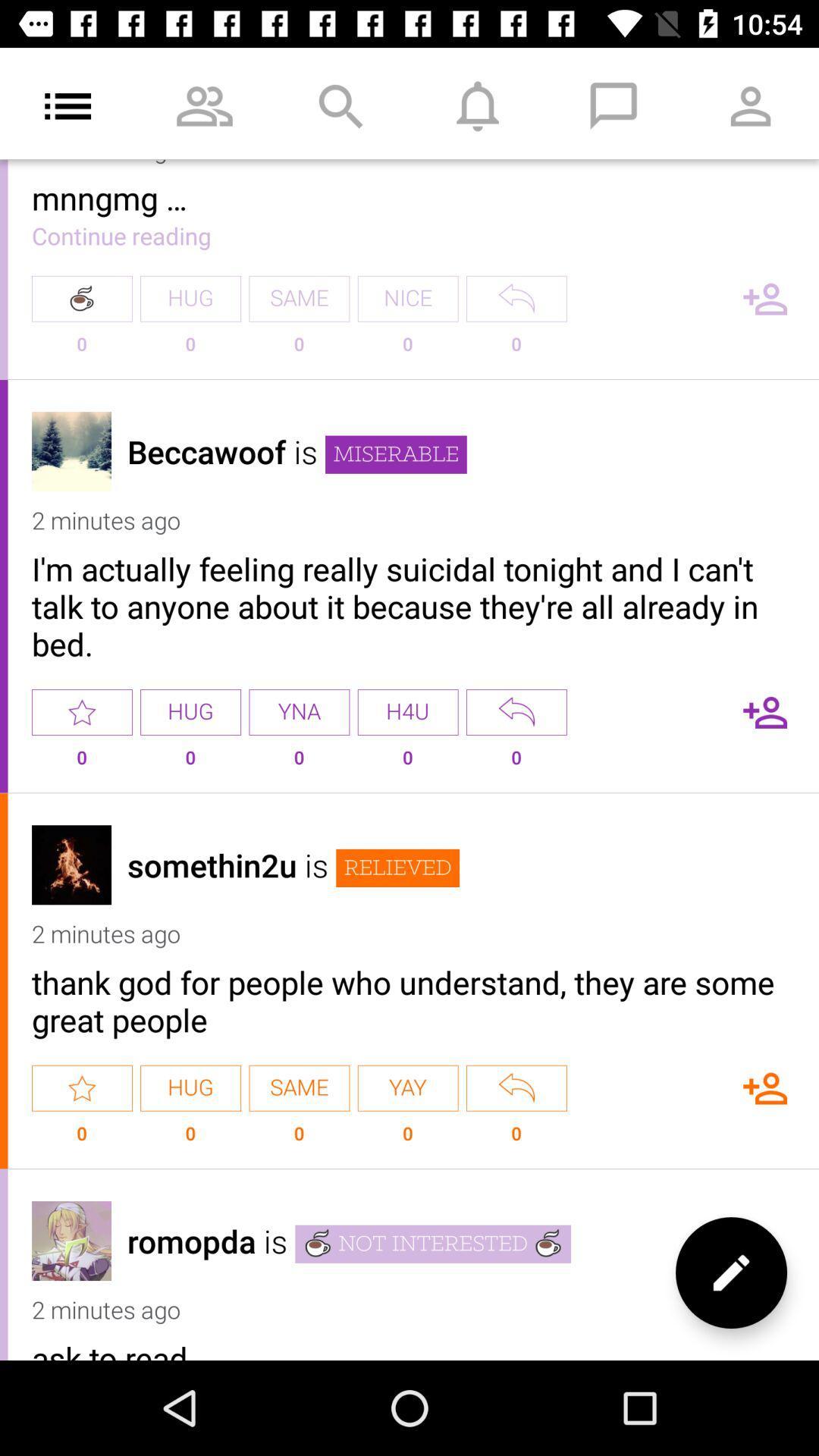 The height and width of the screenshot is (1456, 819). Describe the element at coordinates (516, 1087) in the screenshot. I see `go back` at that location.